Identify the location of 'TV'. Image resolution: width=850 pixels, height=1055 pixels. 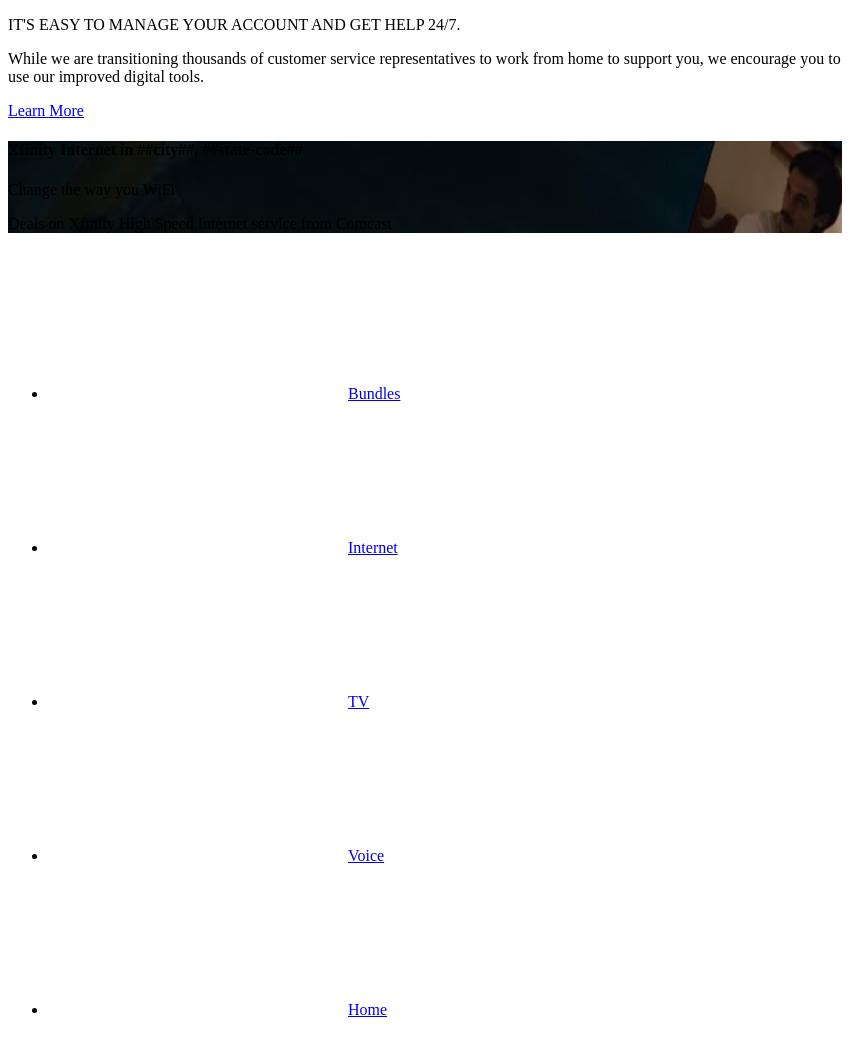
(357, 699).